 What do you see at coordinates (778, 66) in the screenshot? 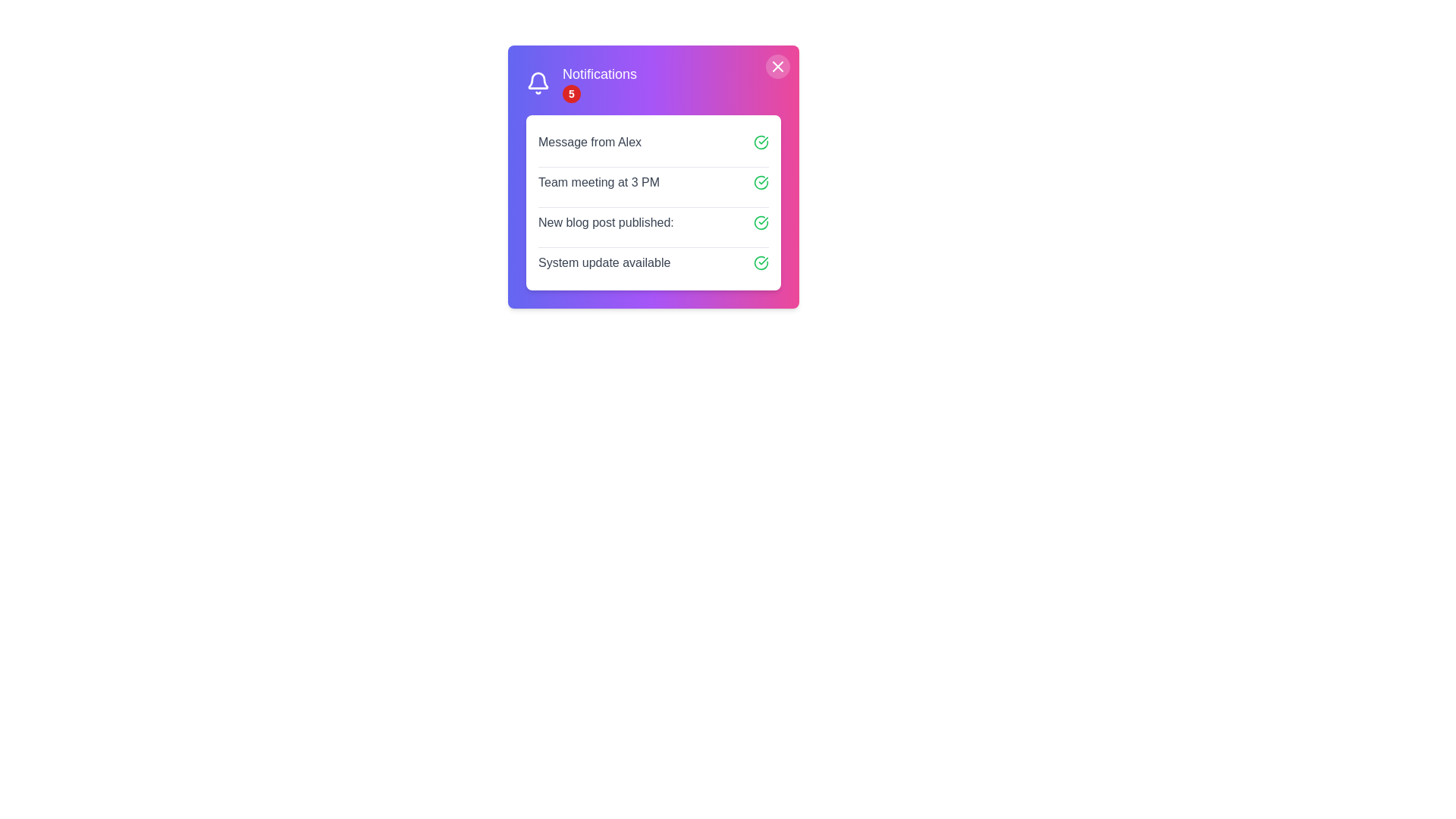
I see `the 'X' icon button in the top-right corner of the pop-up notification panel` at bounding box center [778, 66].